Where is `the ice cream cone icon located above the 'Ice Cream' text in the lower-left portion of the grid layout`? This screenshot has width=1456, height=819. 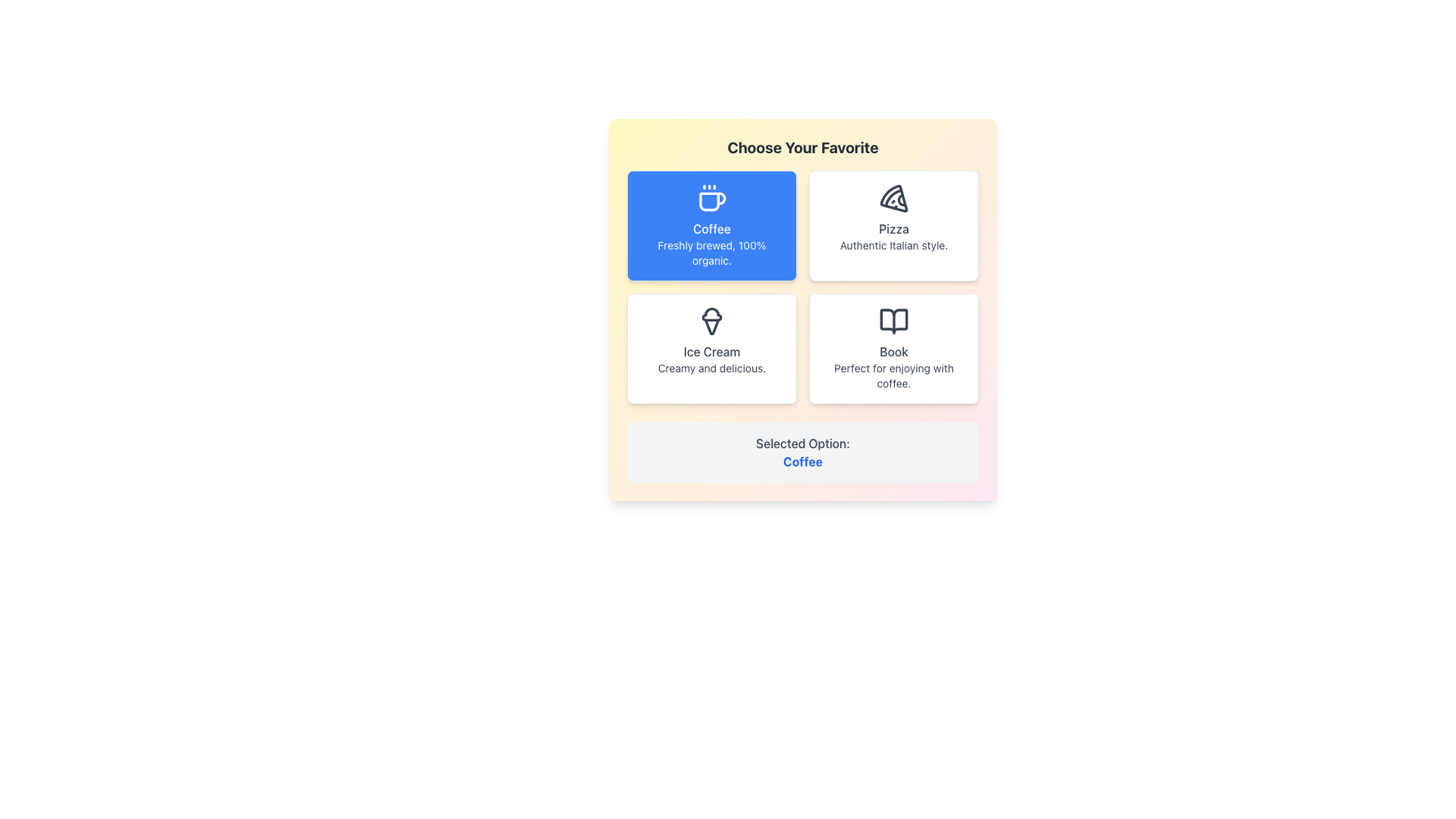
the ice cream cone icon located above the 'Ice Cream' text in the lower-left portion of the grid layout is located at coordinates (711, 321).